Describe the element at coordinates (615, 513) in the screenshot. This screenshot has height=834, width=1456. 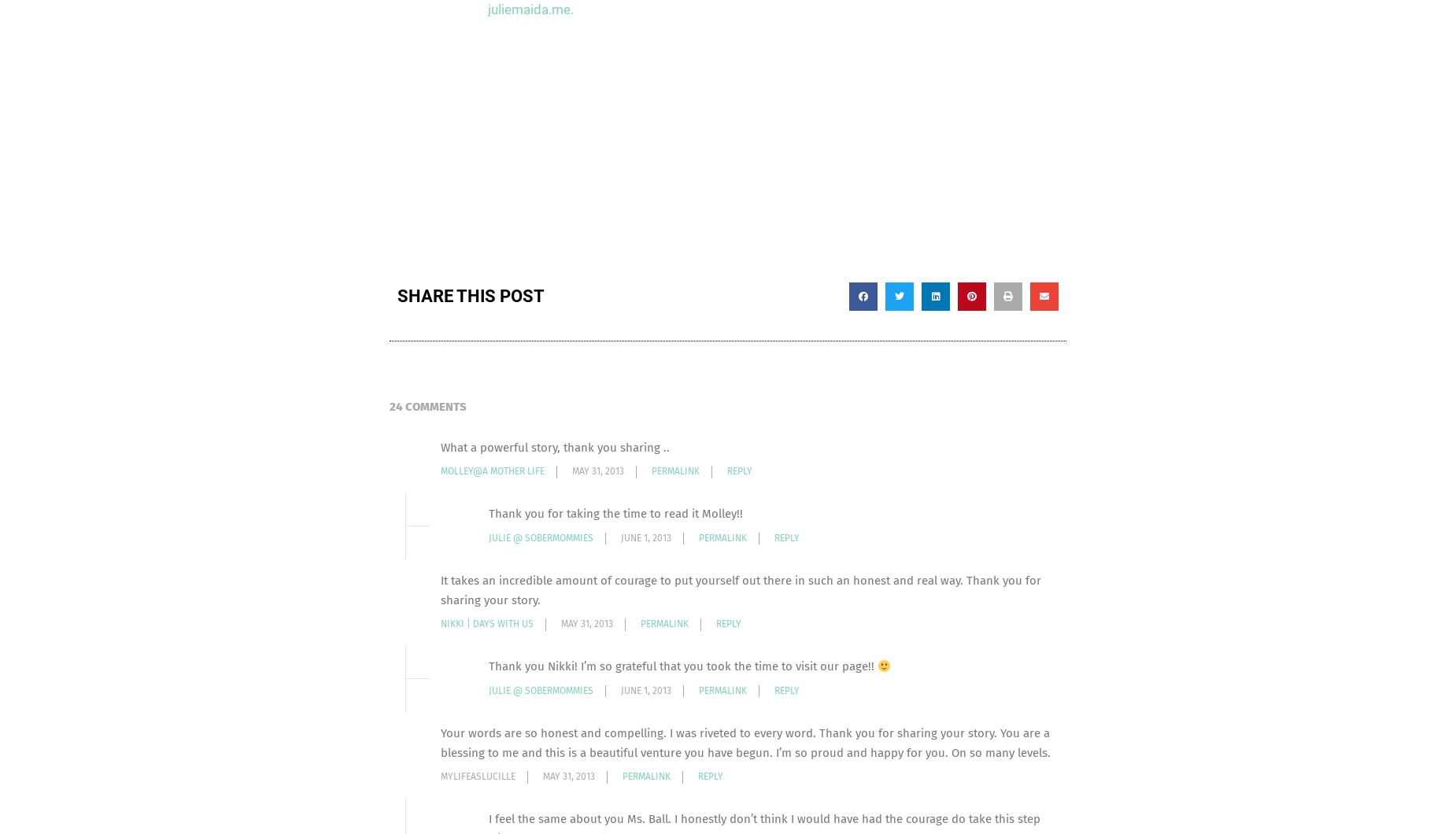
I see `'Thank you for taking the time to read it Molley!!'` at that location.